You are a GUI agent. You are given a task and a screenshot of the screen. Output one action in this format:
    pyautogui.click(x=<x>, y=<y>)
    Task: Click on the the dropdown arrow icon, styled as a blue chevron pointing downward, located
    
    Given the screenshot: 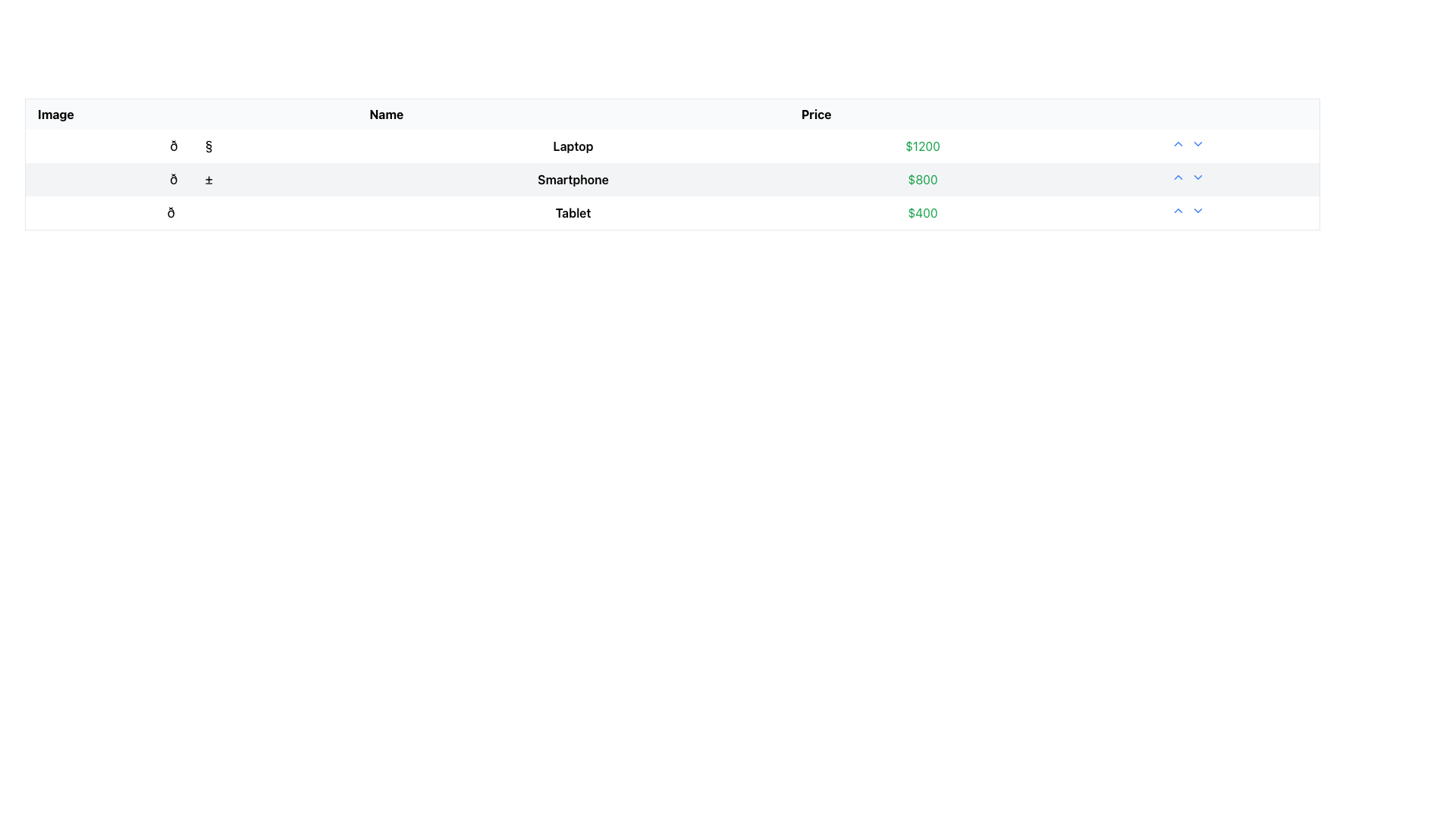 What is the action you would take?
    pyautogui.click(x=1197, y=210)
    